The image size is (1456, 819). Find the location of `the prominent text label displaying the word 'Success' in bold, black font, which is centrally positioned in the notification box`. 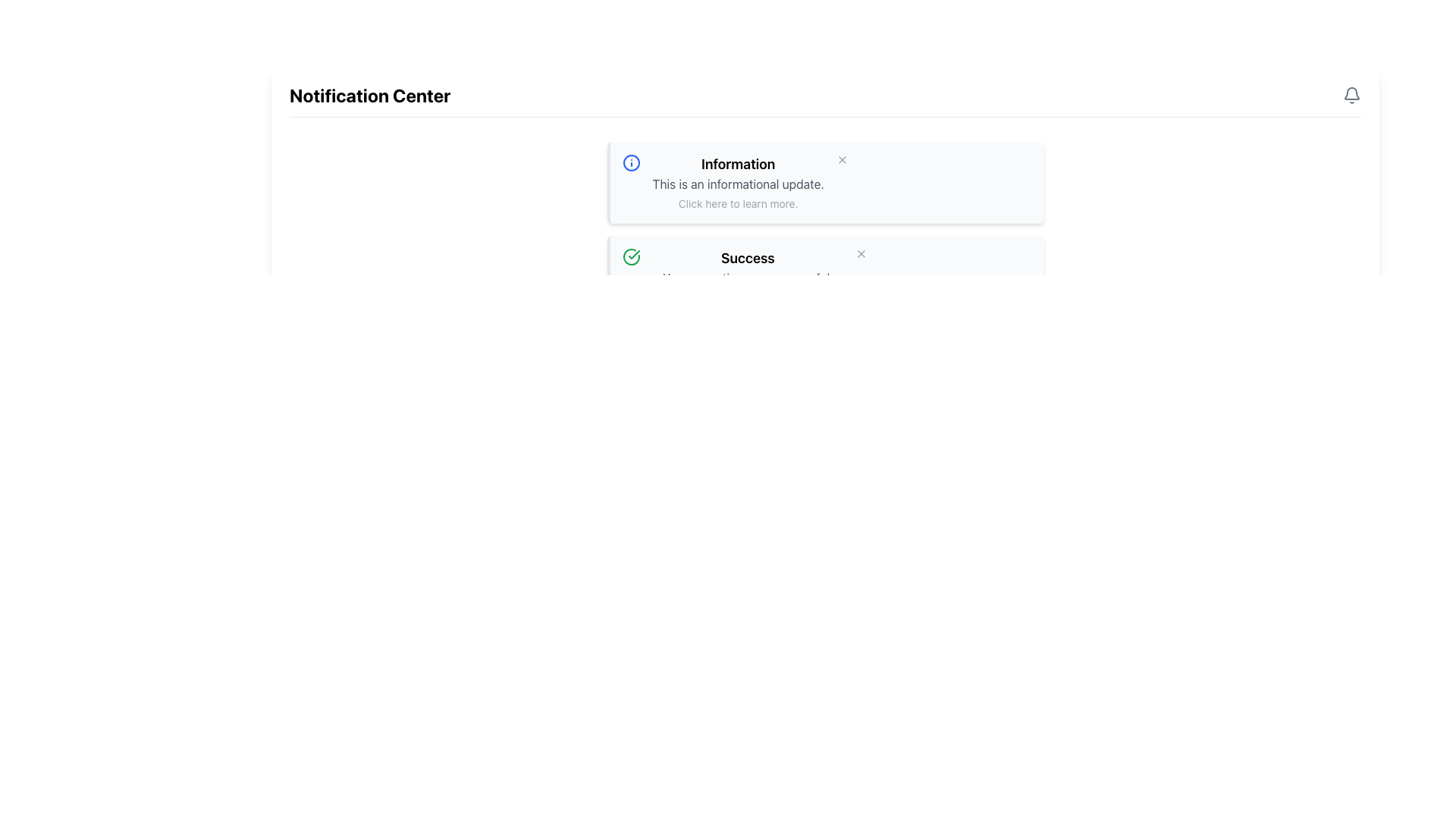

the prominent text label displaying the word 'Success' in bold, black font, which is centrally positioned in the notification box is located at coordinates (748, 257).